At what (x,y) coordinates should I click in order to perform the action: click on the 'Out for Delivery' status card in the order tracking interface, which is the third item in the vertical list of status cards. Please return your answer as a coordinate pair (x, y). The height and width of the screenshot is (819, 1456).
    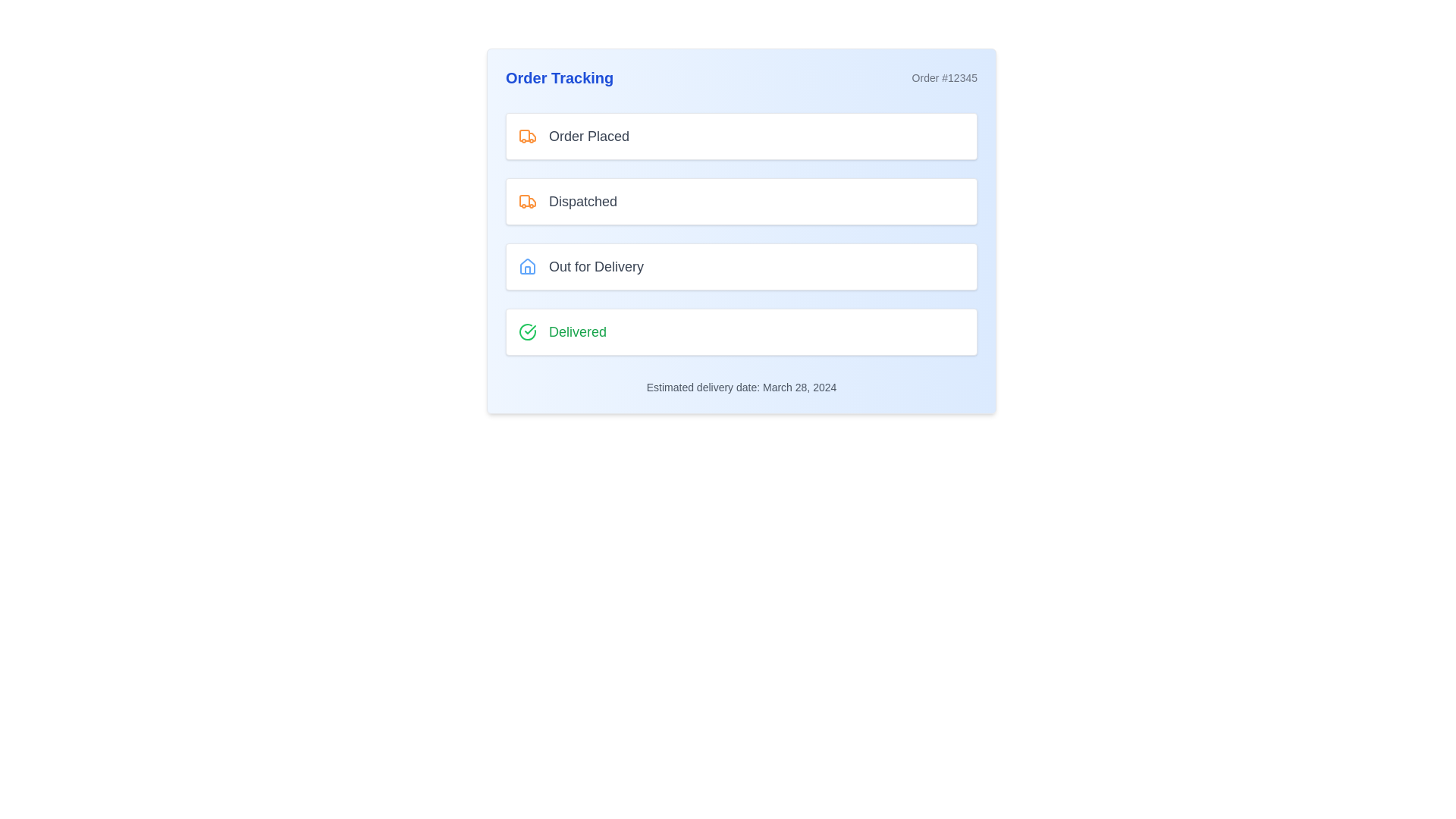
    Looking at the image, I should click on (742, 265).